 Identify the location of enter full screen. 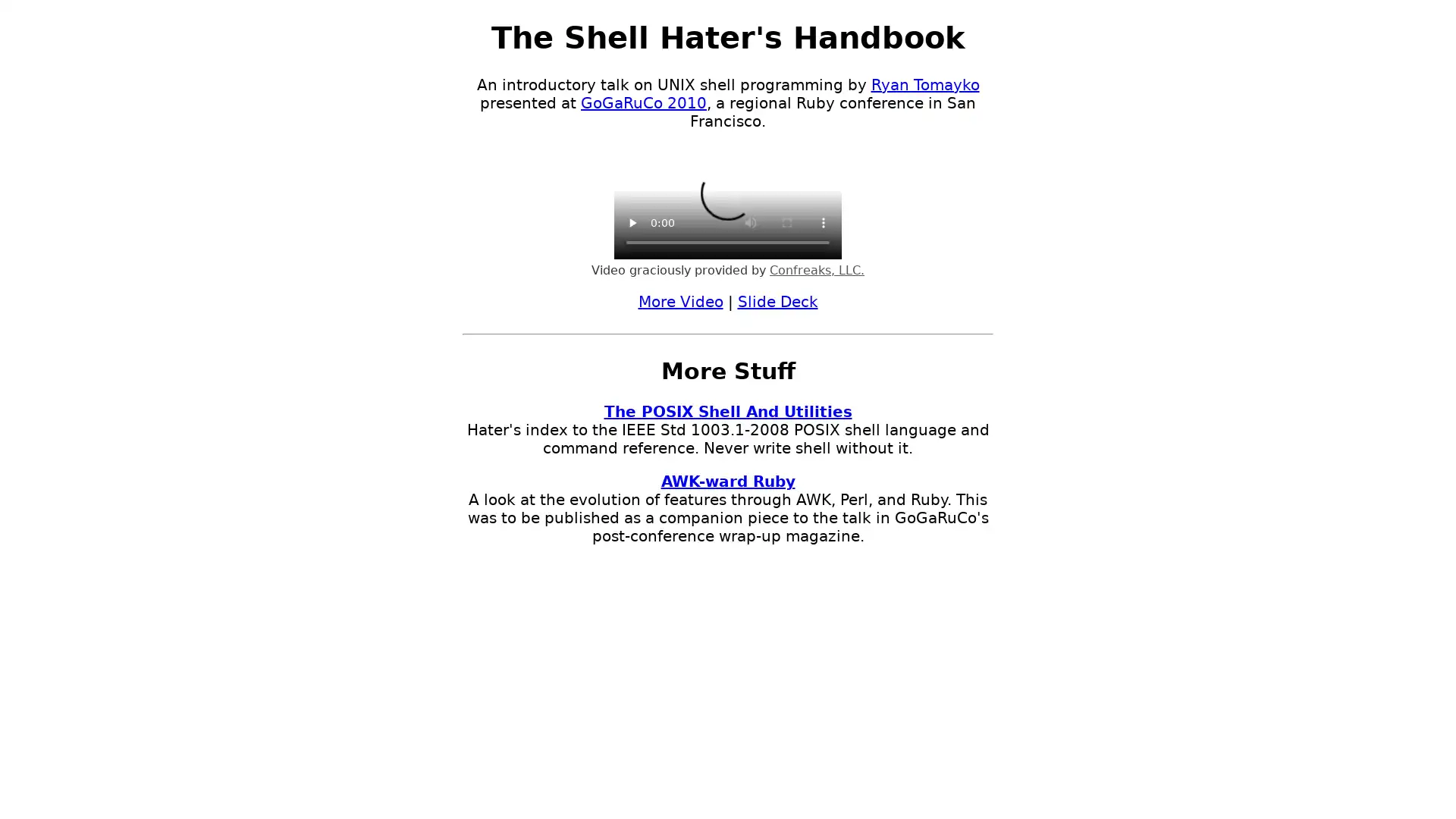
(786, 222).